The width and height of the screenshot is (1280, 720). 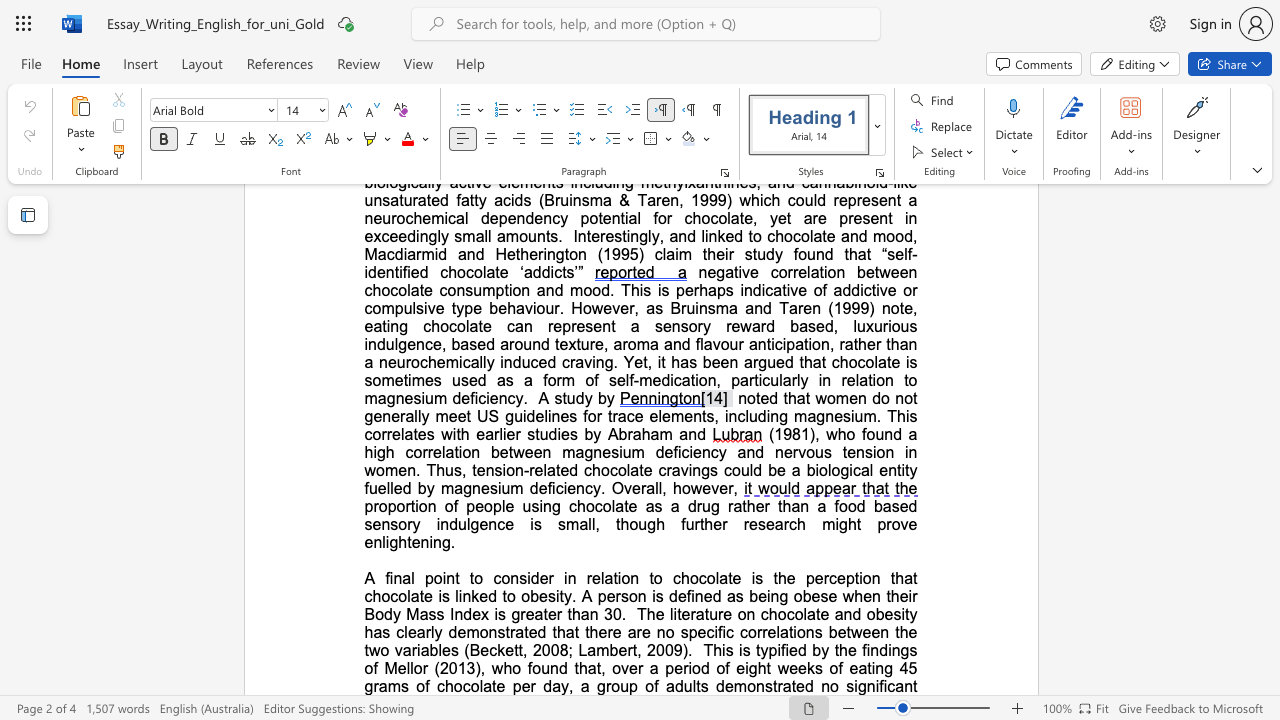 What do you see at coordinates (755, 685) in the screenshot?
I see `the subset text "nstrate" within the text "demonstrated"` at bounding box center [755, 685].